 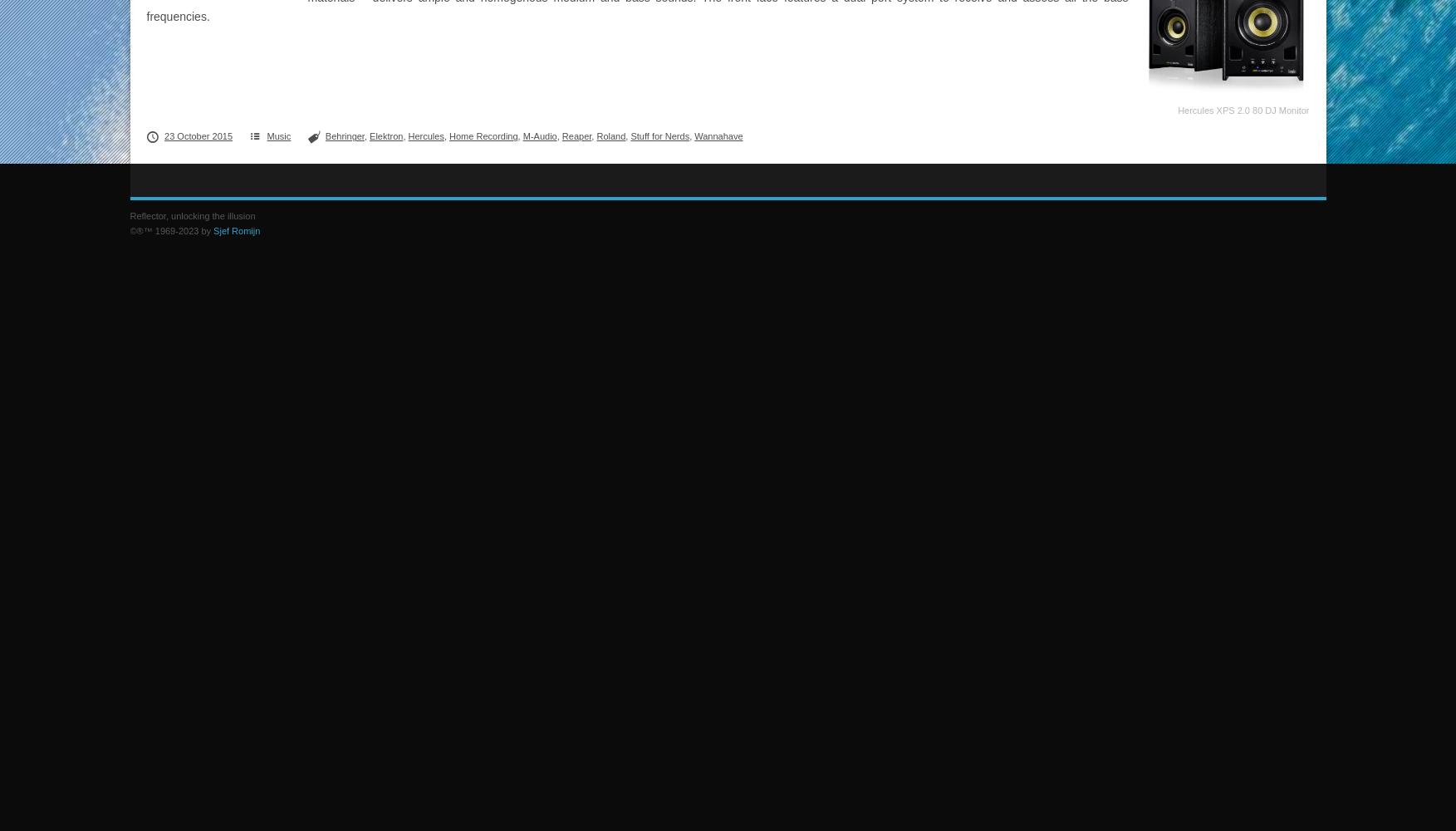 What do you see at coordinates (278, 136) in the screenshot?
I see `'Music'` at bounding box center [278, 136].